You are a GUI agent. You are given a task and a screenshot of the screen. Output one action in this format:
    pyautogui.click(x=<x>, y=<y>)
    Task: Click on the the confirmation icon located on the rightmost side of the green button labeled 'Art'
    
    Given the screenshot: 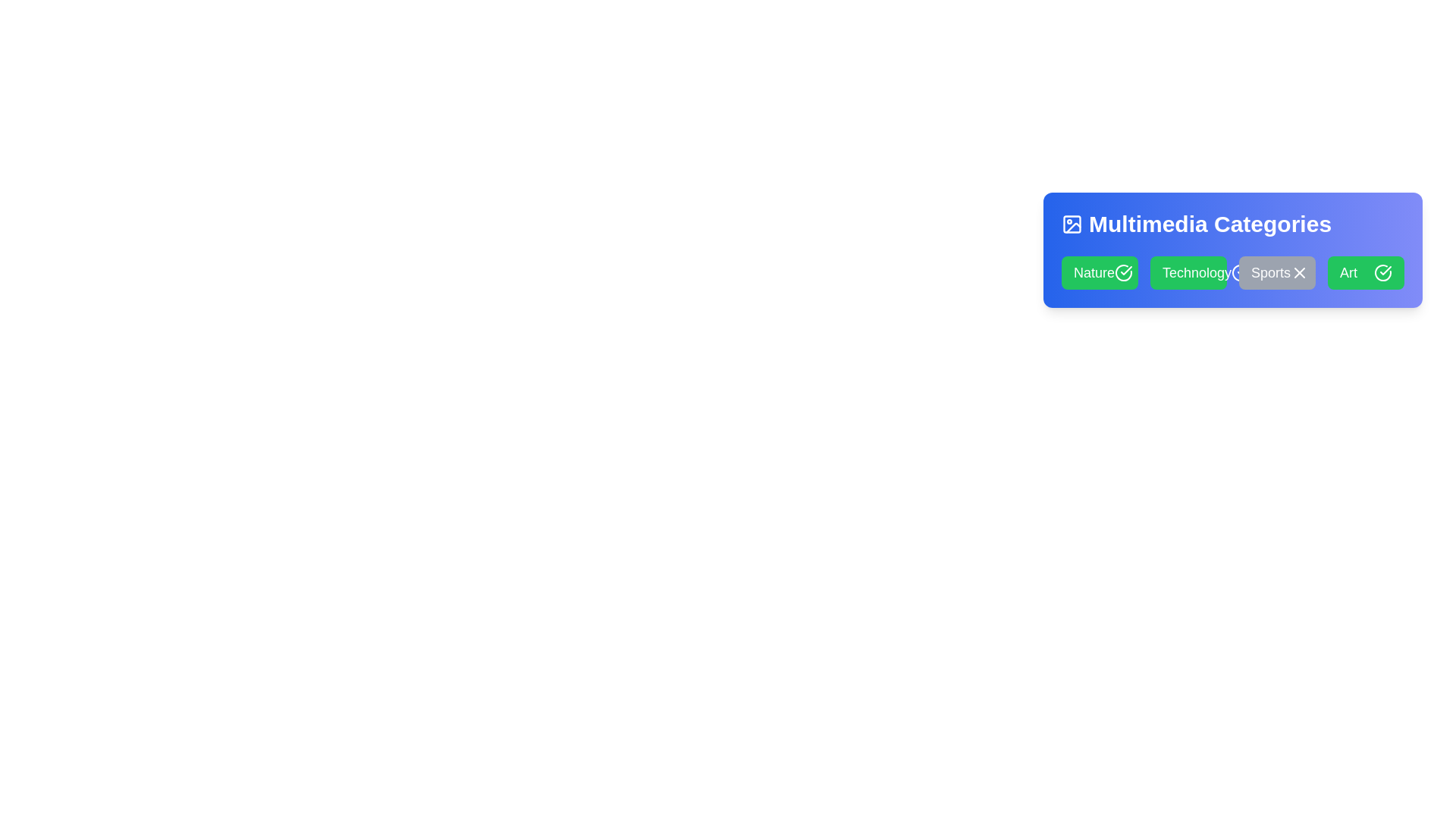 What is the action you would take?
    pyautogui.click(x=1126, y=270)
    